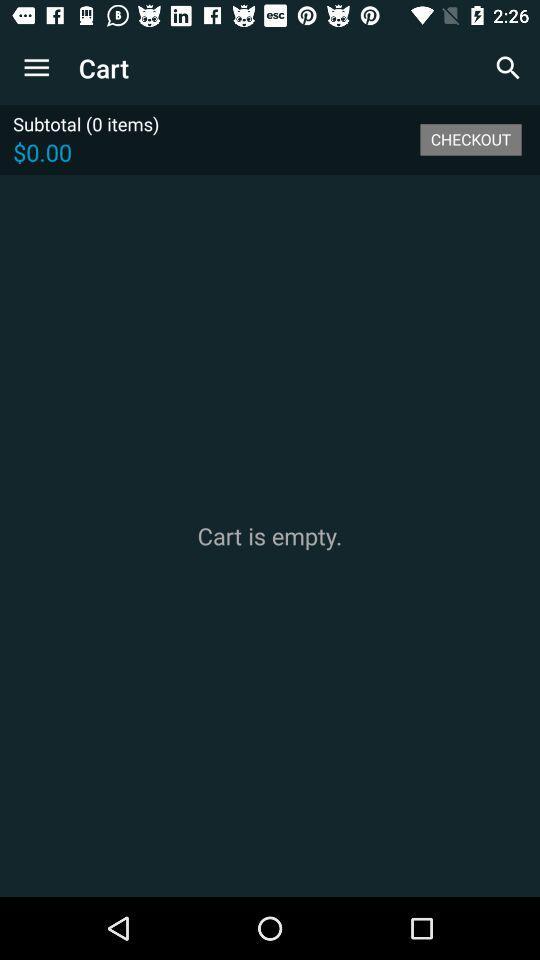 This screenshot has width=540, height=960. What do you see at coordinates (508, 68) in the screenshot?
I see `the icon above the checkout` at bounding box center [508, 68].